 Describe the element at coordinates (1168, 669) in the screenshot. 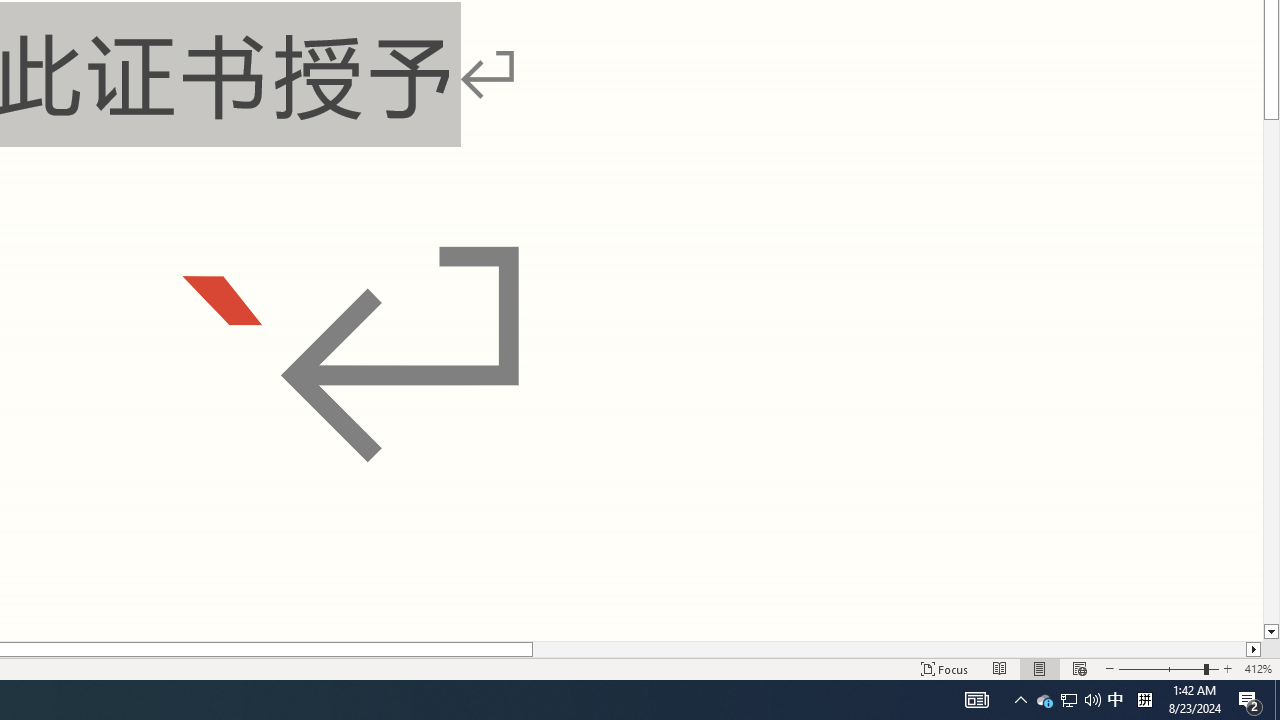

I see `'Zoom'` at that location.